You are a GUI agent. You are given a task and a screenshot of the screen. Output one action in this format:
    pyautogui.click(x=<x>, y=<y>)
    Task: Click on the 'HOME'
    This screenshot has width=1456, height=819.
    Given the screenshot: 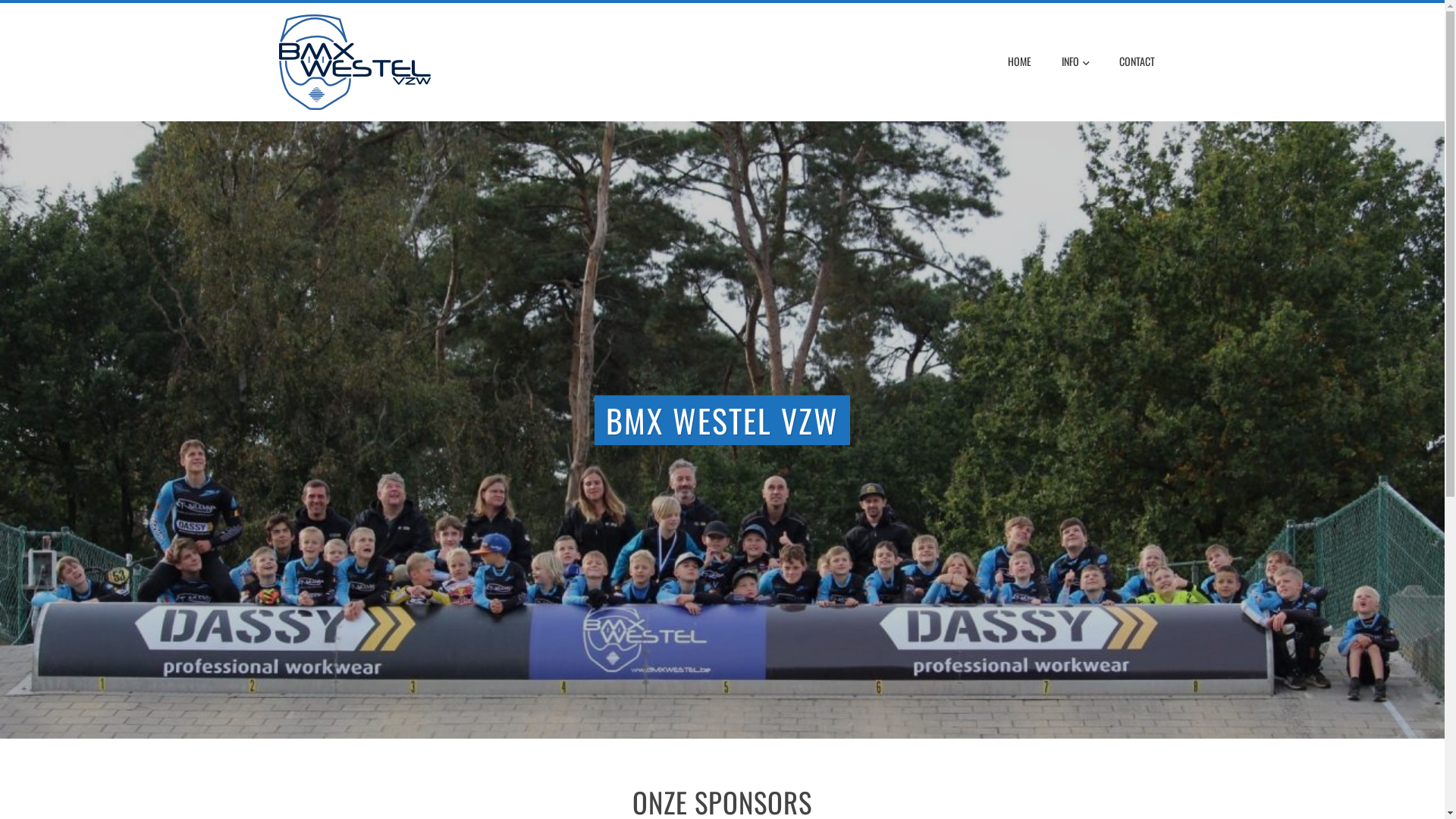 What is the action you would take?
    pyautogui.click(x=1019, y=61)
    